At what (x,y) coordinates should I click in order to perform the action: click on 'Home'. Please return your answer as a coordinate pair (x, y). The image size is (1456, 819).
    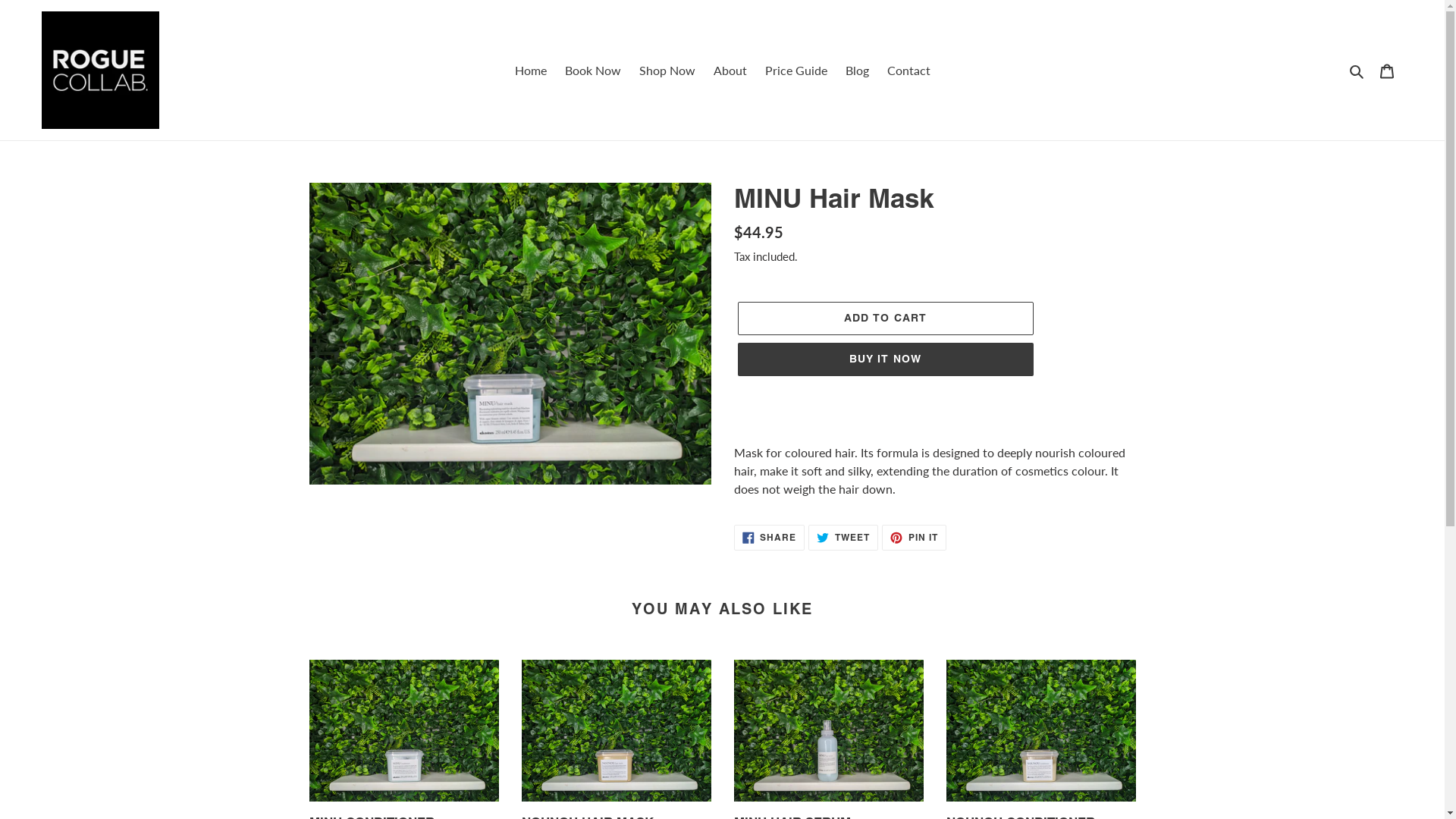
    Looking at the image, I should click on (506, 70).